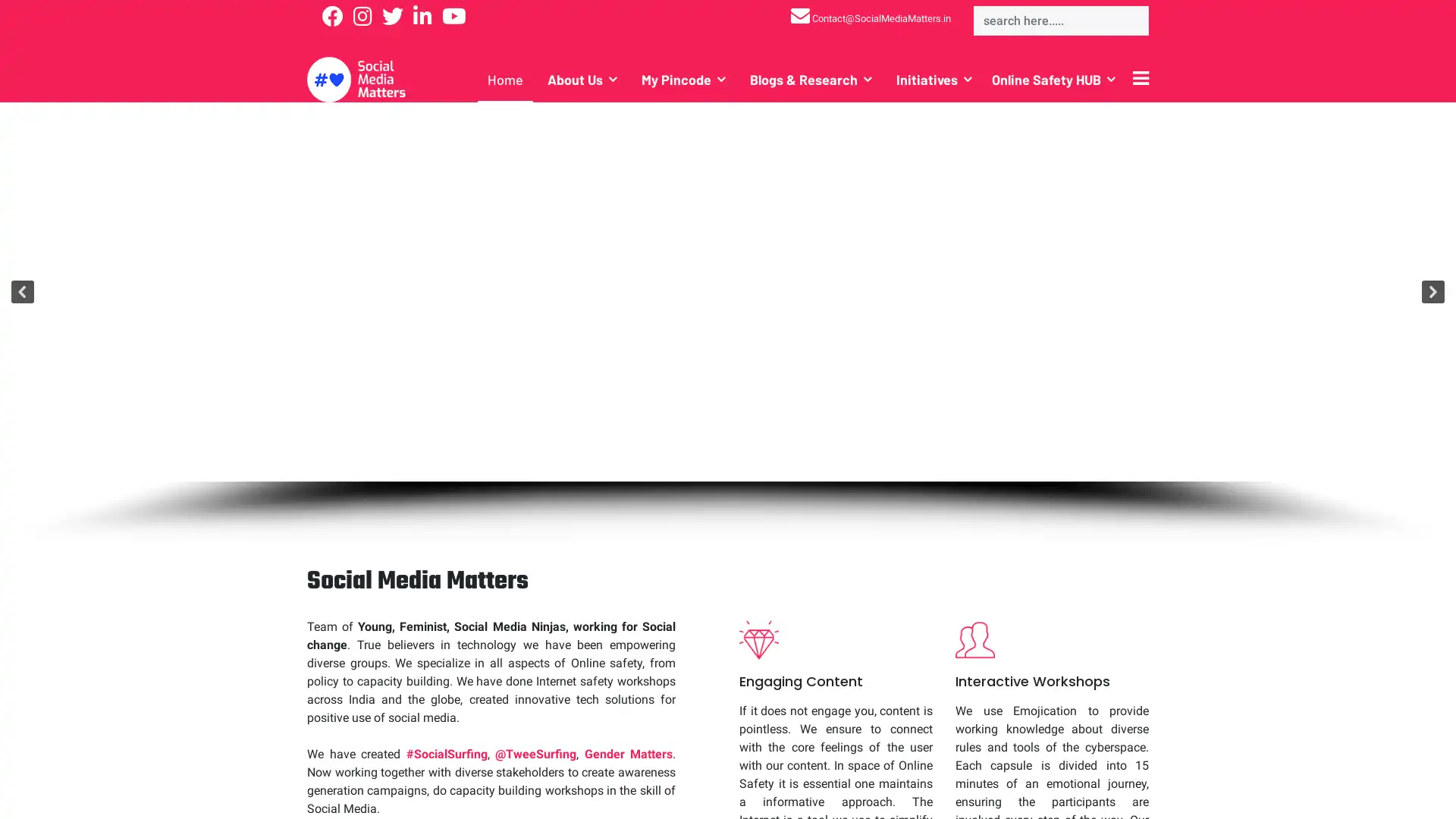  Describe the element at coordinates (693, 466) in the screenshot. I see `How India Deals With Online Abuse` at that location.